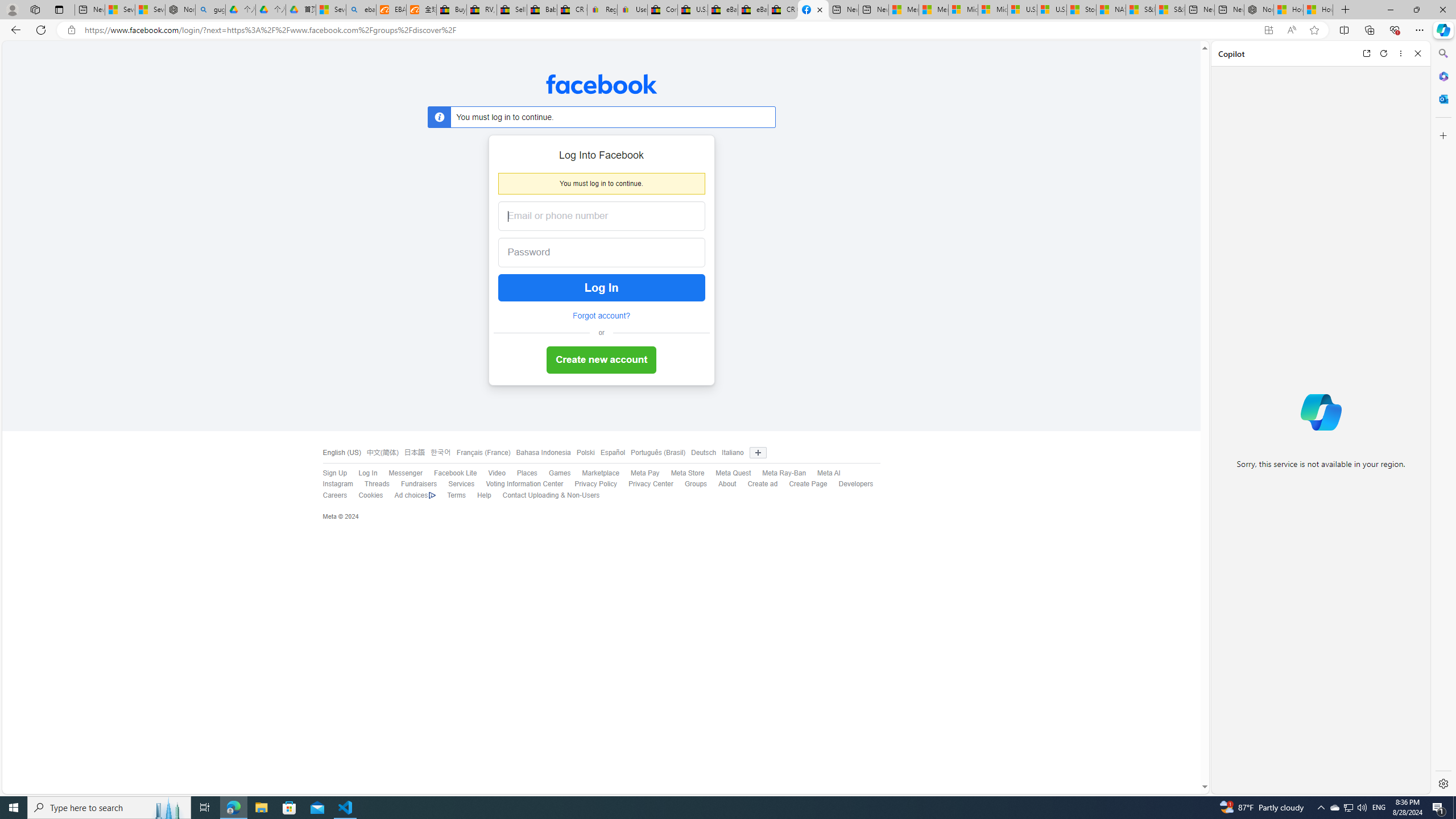  Describe the element at coordinates (521, 473) in the screenshot. I see `'Places'` at that location.